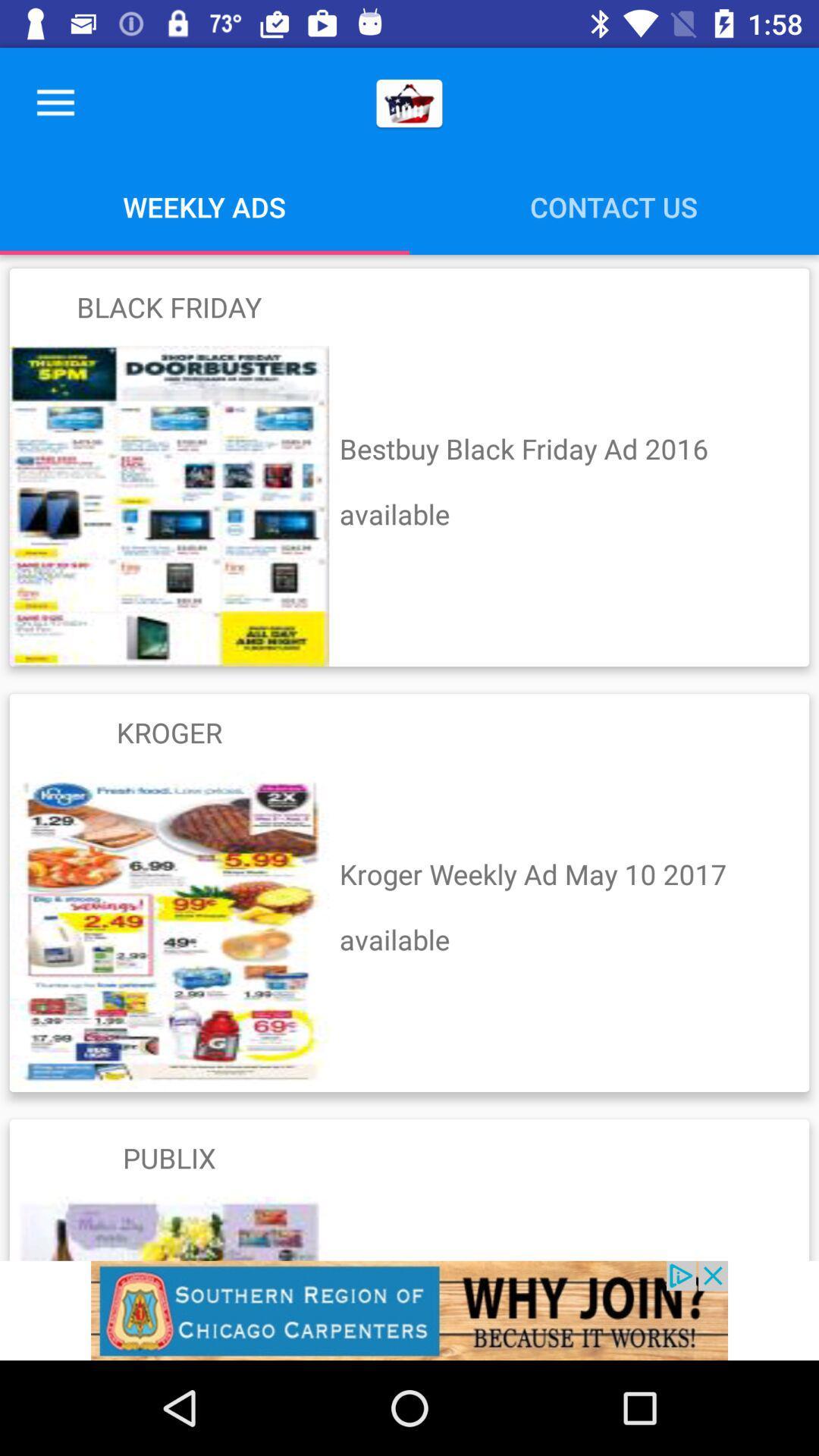  What do you see at coordinates (169, 1228) in the screenshot?
I see `the image which is below publix` at bounding box center [169, 1228].